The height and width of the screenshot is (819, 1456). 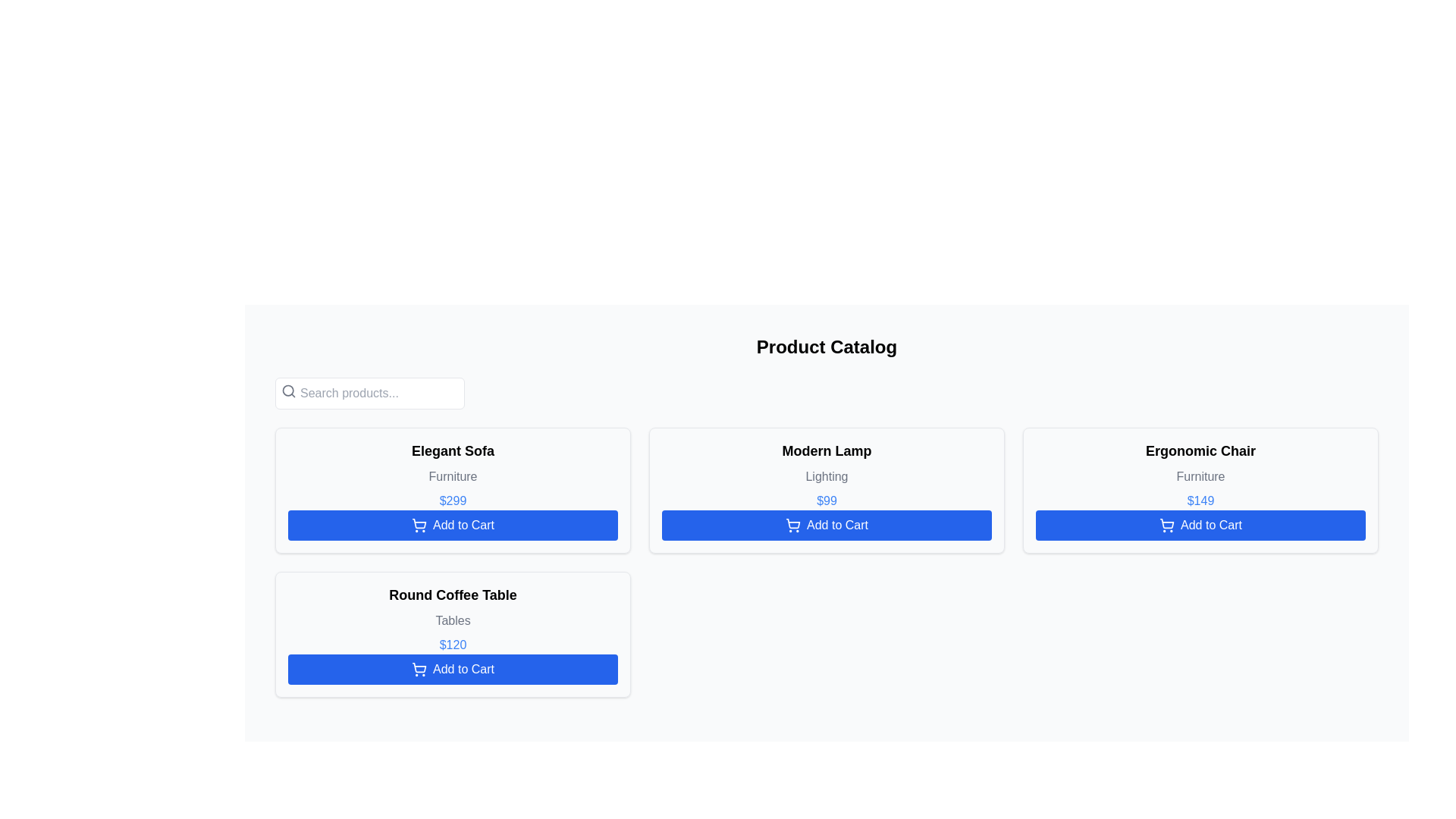 What do you see at coordinates (288, 391) in the screenshot?
I see `the search icon element located inside the search bar area, positioned on the left side adjacent to the input text field placeholder 'Search products...'` at bounding box center [288, 391].